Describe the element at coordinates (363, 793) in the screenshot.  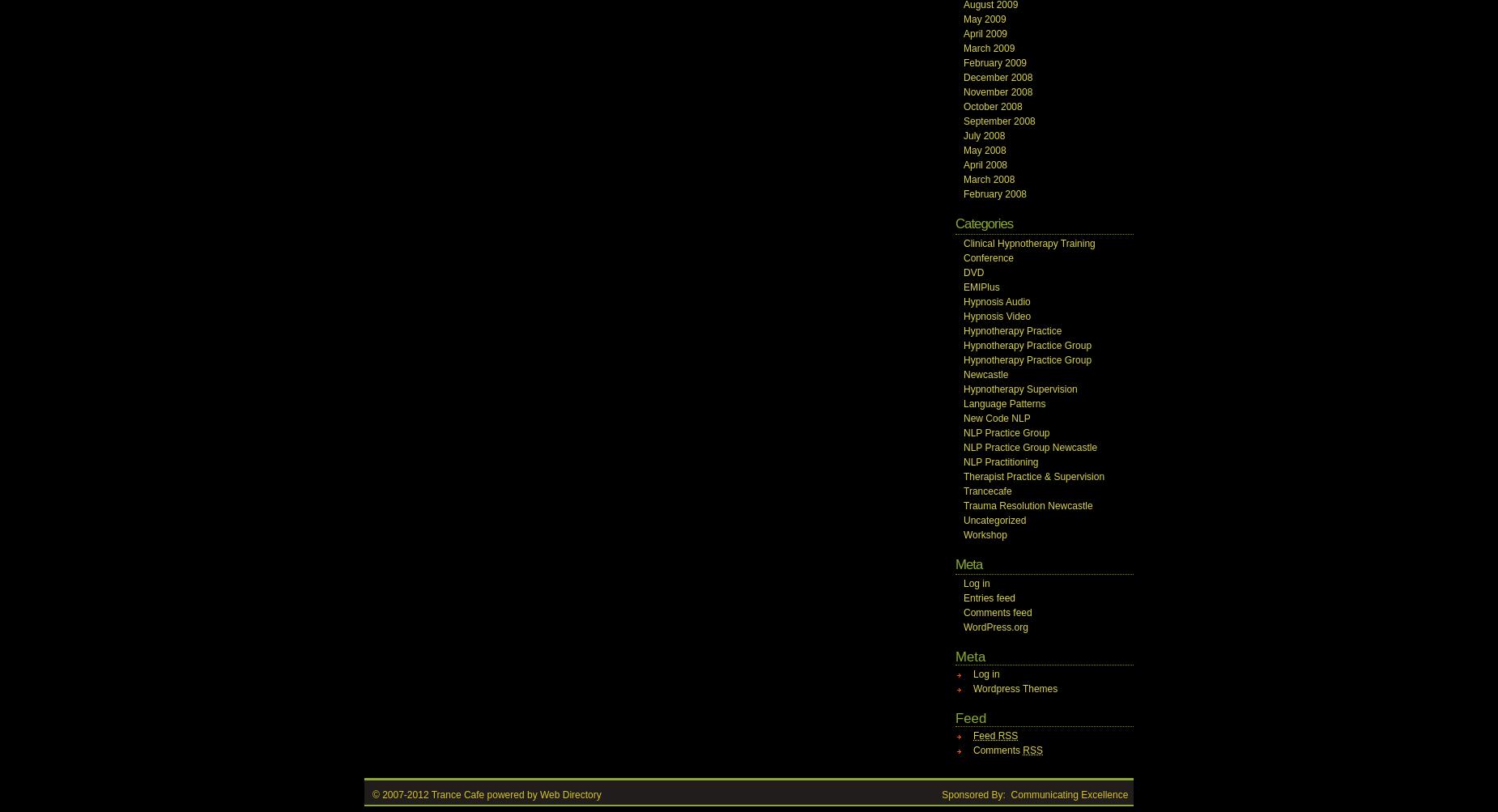
I see `'© 2007-2012 
    Trance Cafe    powered by'` at that location.